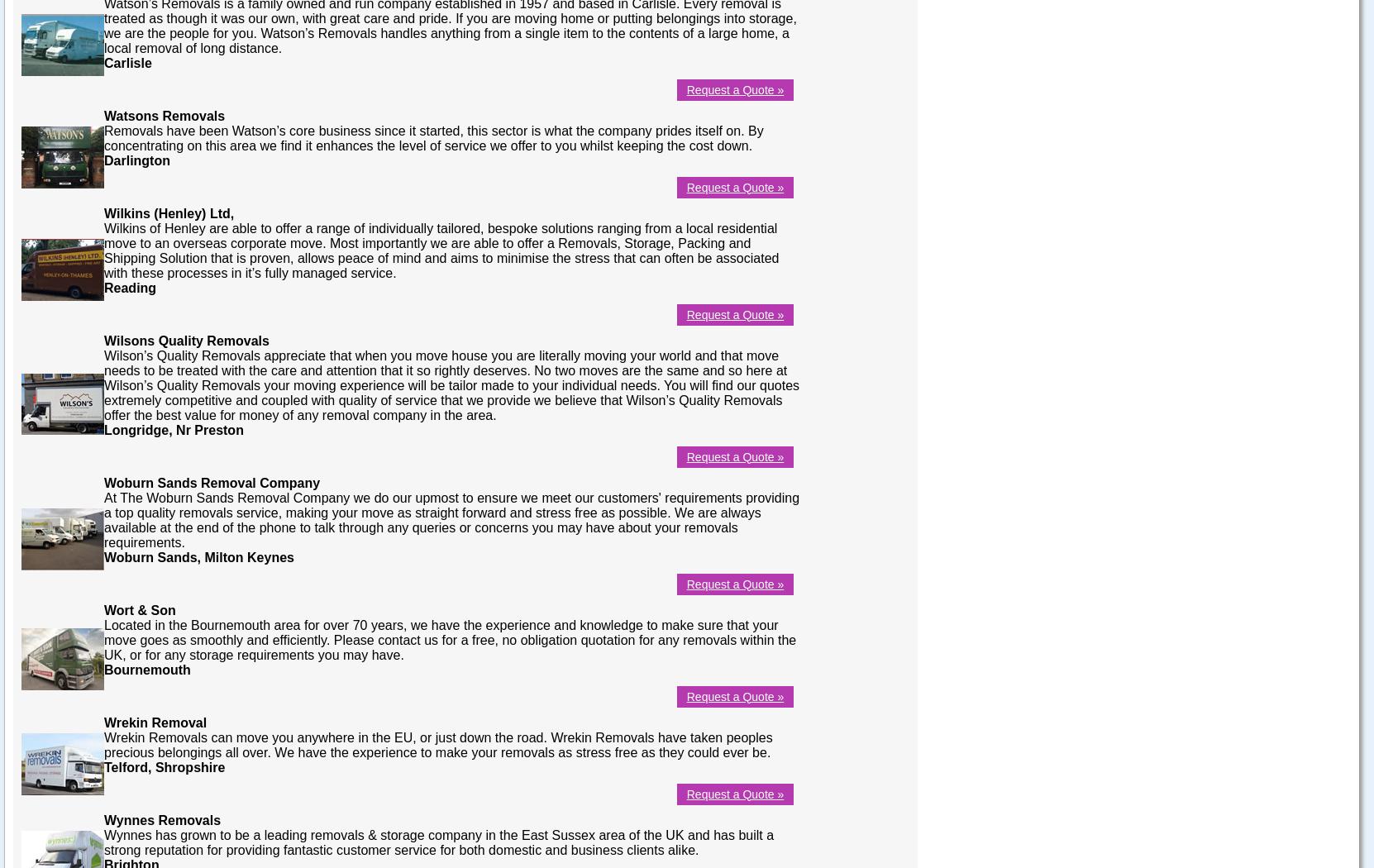  I want to click on 'Wynnes has grown to be a leading removals & storage company in the East Sussex area of the UK and has built a strong reputation for providing fantastic customer service for both domestic and business clients alike.', so click(438, 841).